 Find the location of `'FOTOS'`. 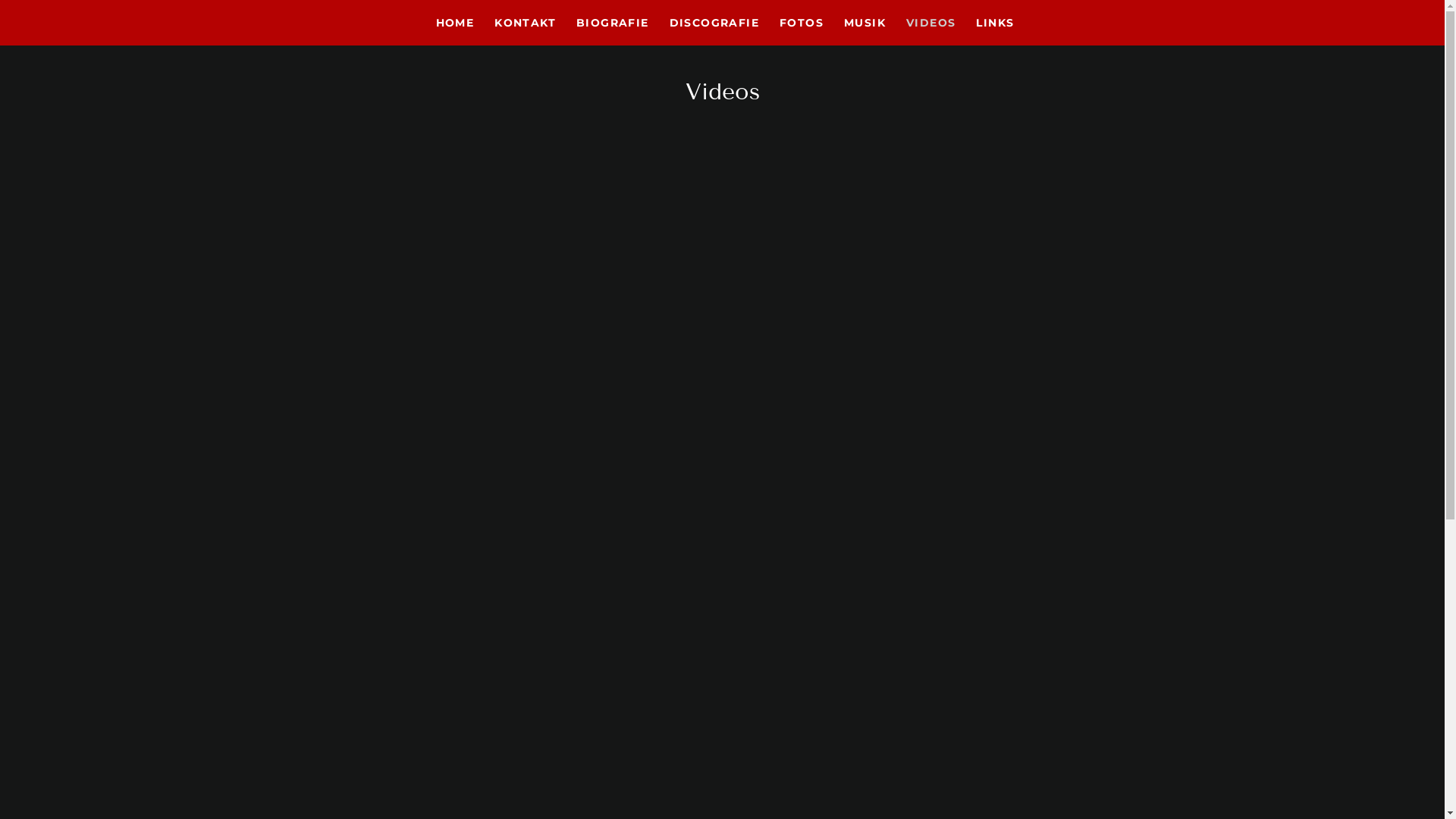

'FOTOS' is located at coordinates (798, 23).